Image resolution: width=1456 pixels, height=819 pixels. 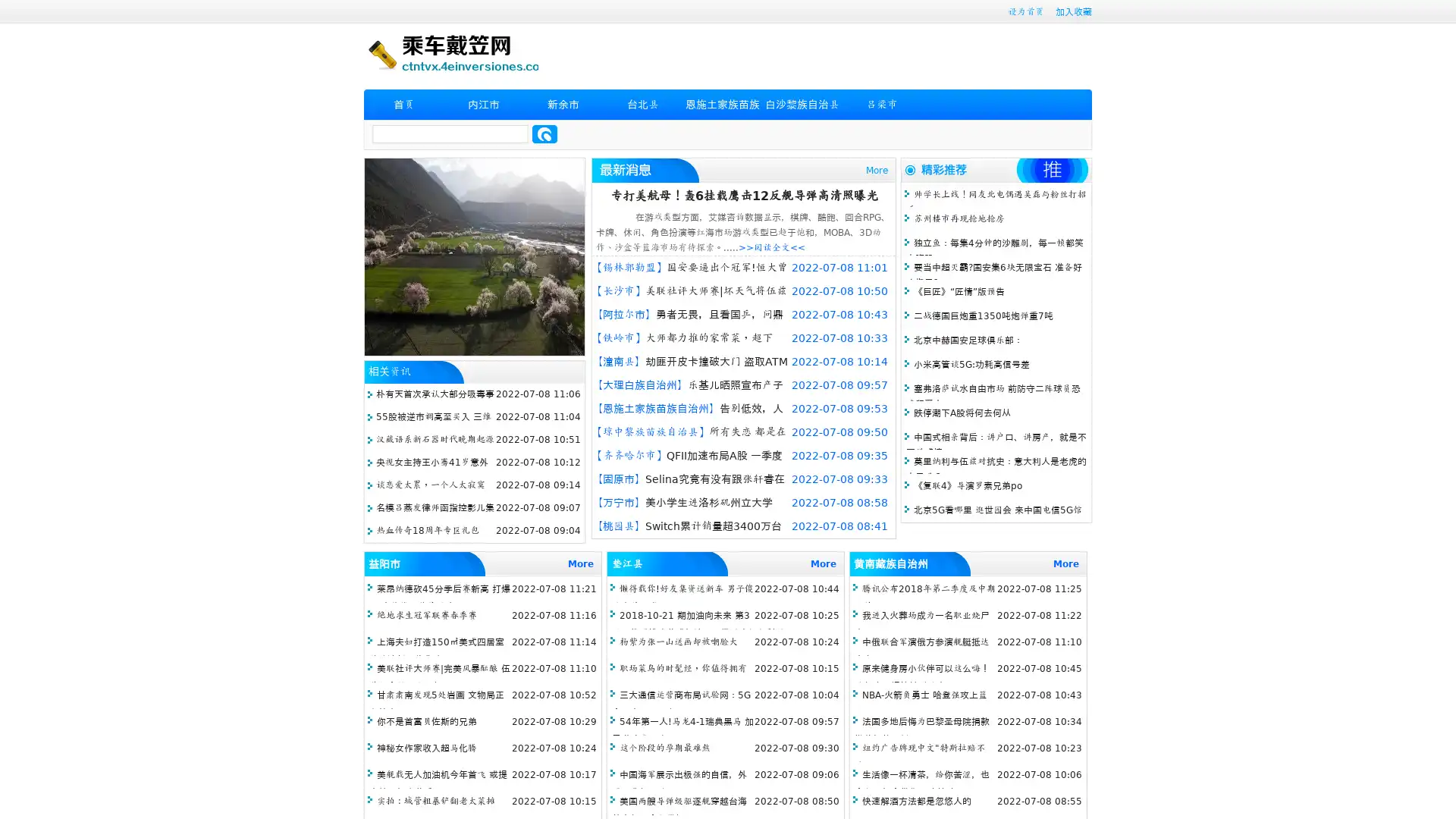 I want to click on Search, so click(x=544, y=133).